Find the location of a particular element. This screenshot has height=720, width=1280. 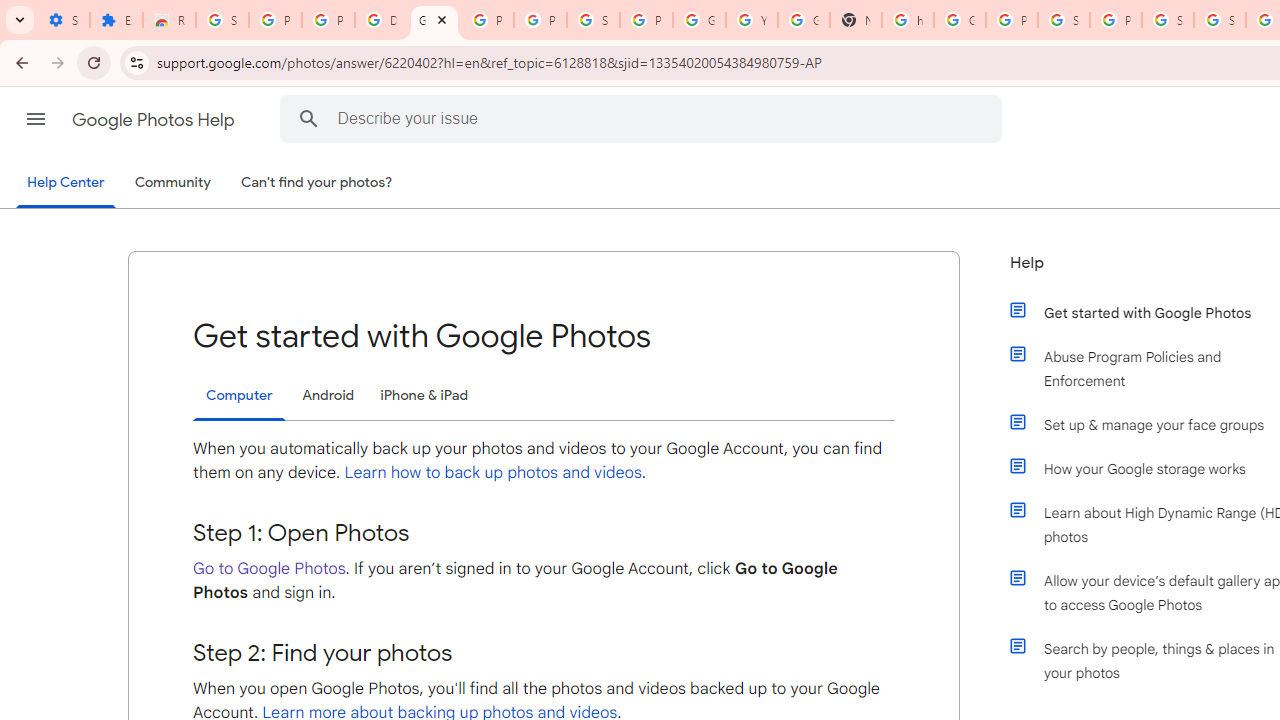

'Google Photos Help' is located at coordinates (154, 119).